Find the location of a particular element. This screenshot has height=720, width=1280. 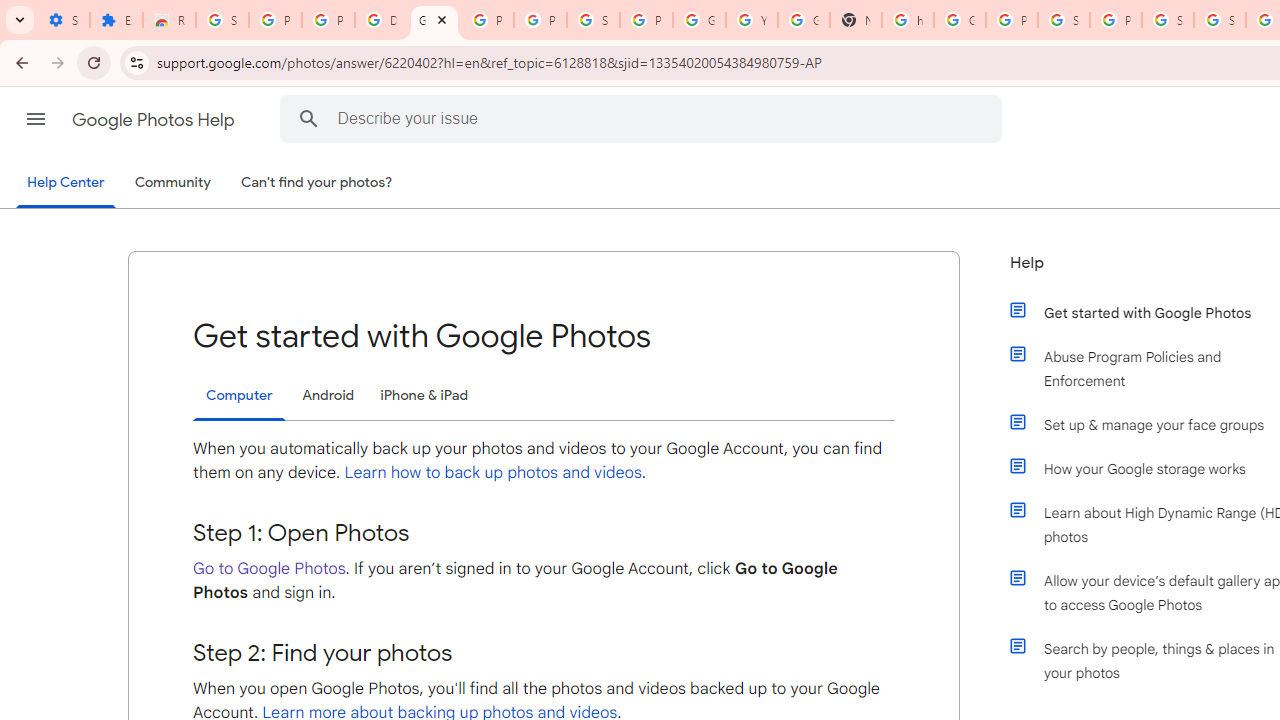

'Google Photos Help' is located at coordinates (154, 119).